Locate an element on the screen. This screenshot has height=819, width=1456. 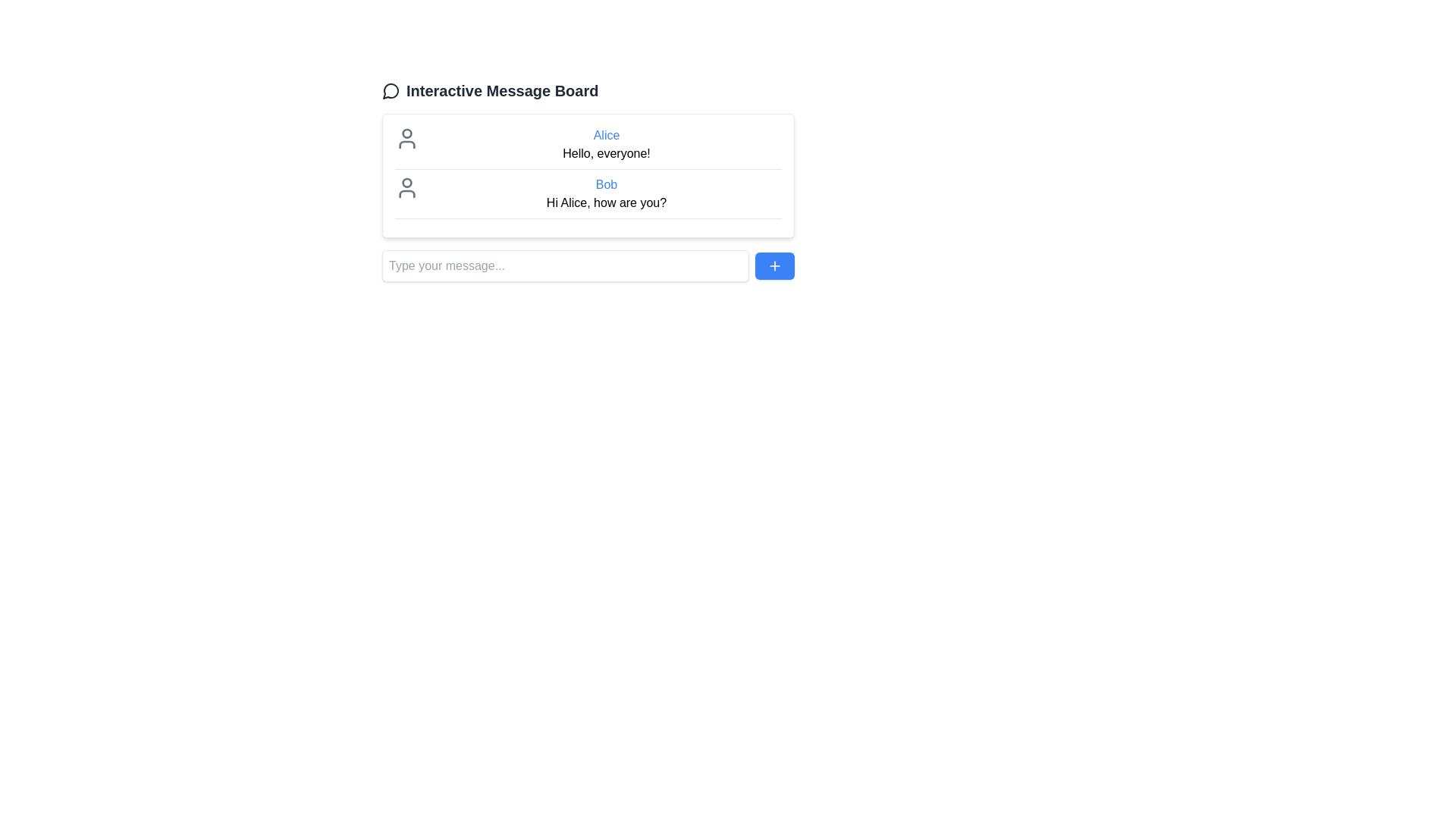
the label containing the text 'Bob', which is styled in blue font and indicates the sender's name in the chat interface is located at coordinates (607, 184).